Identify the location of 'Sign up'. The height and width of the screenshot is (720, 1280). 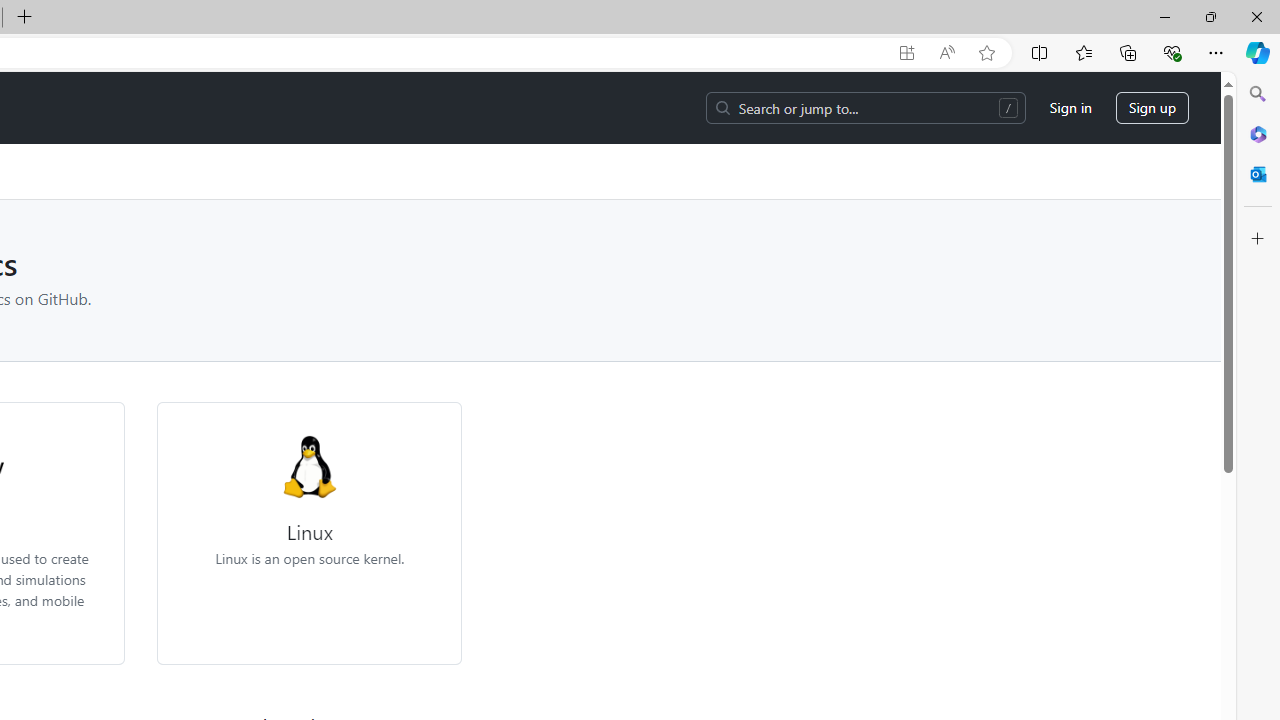
(1152, 108).